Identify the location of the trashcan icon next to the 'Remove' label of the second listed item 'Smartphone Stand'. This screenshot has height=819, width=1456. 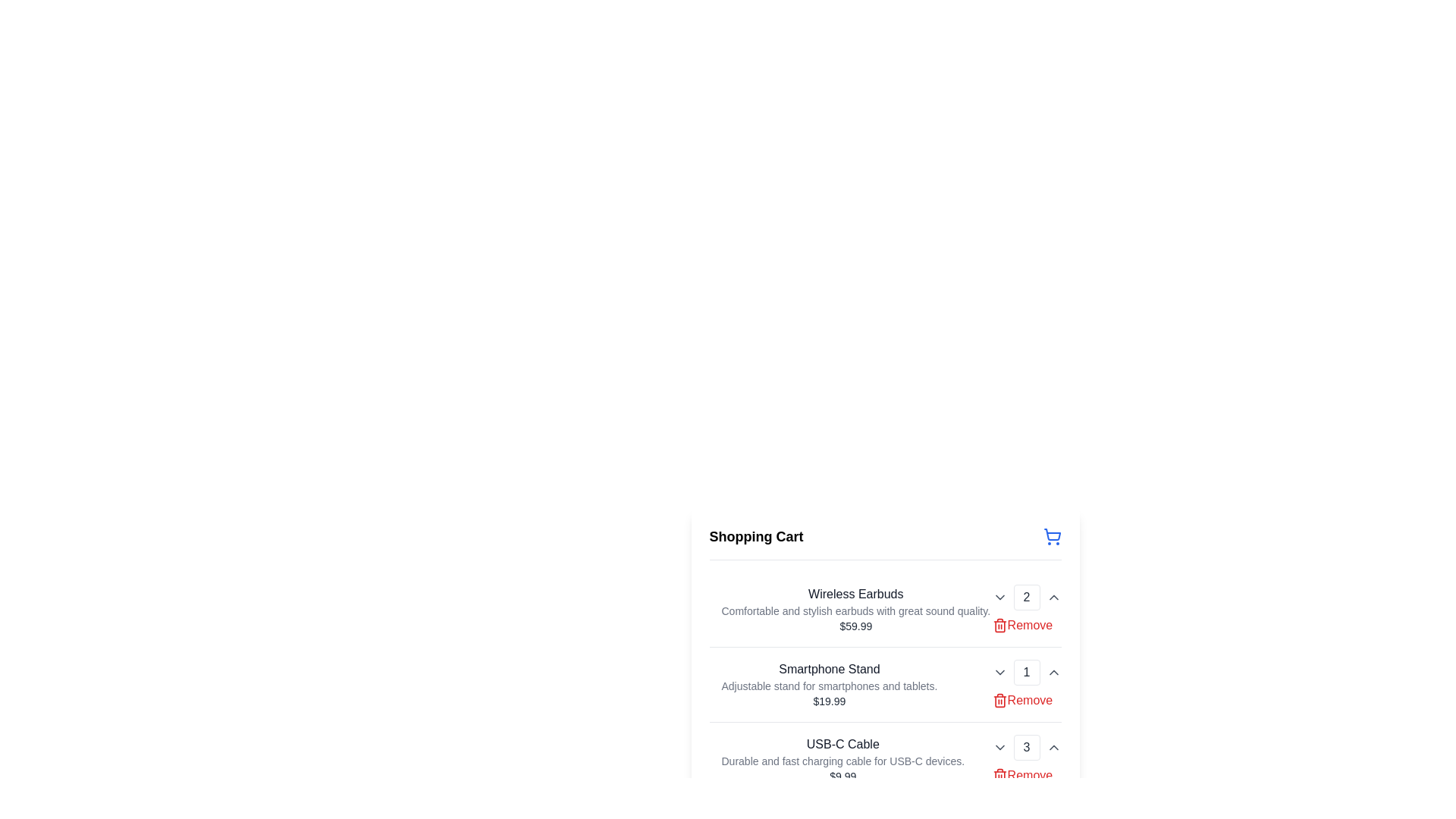
(999, 701).